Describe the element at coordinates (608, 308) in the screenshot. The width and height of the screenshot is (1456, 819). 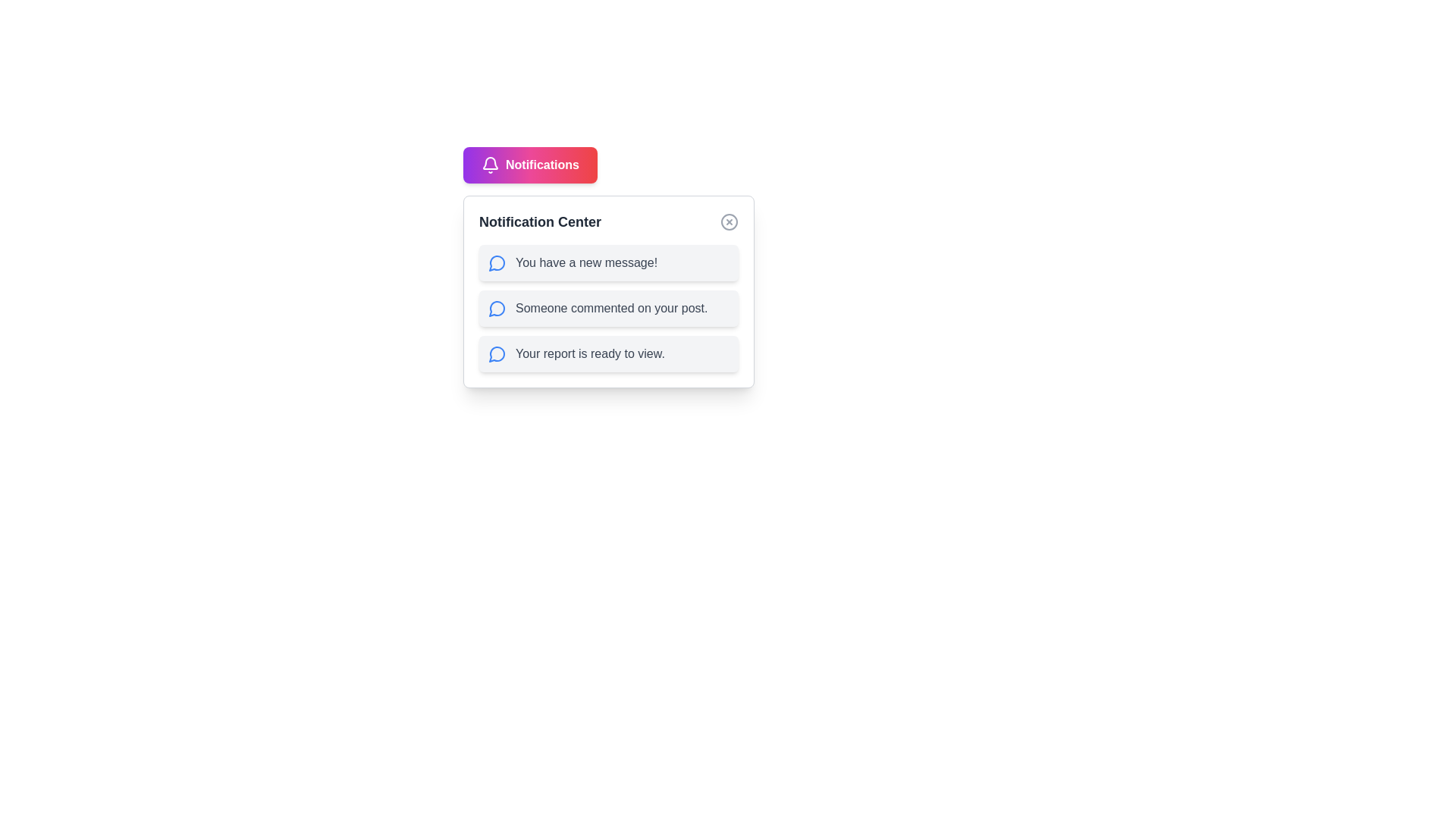
I see `an individual notification in the Notification Center to interact with or view details` at that location.